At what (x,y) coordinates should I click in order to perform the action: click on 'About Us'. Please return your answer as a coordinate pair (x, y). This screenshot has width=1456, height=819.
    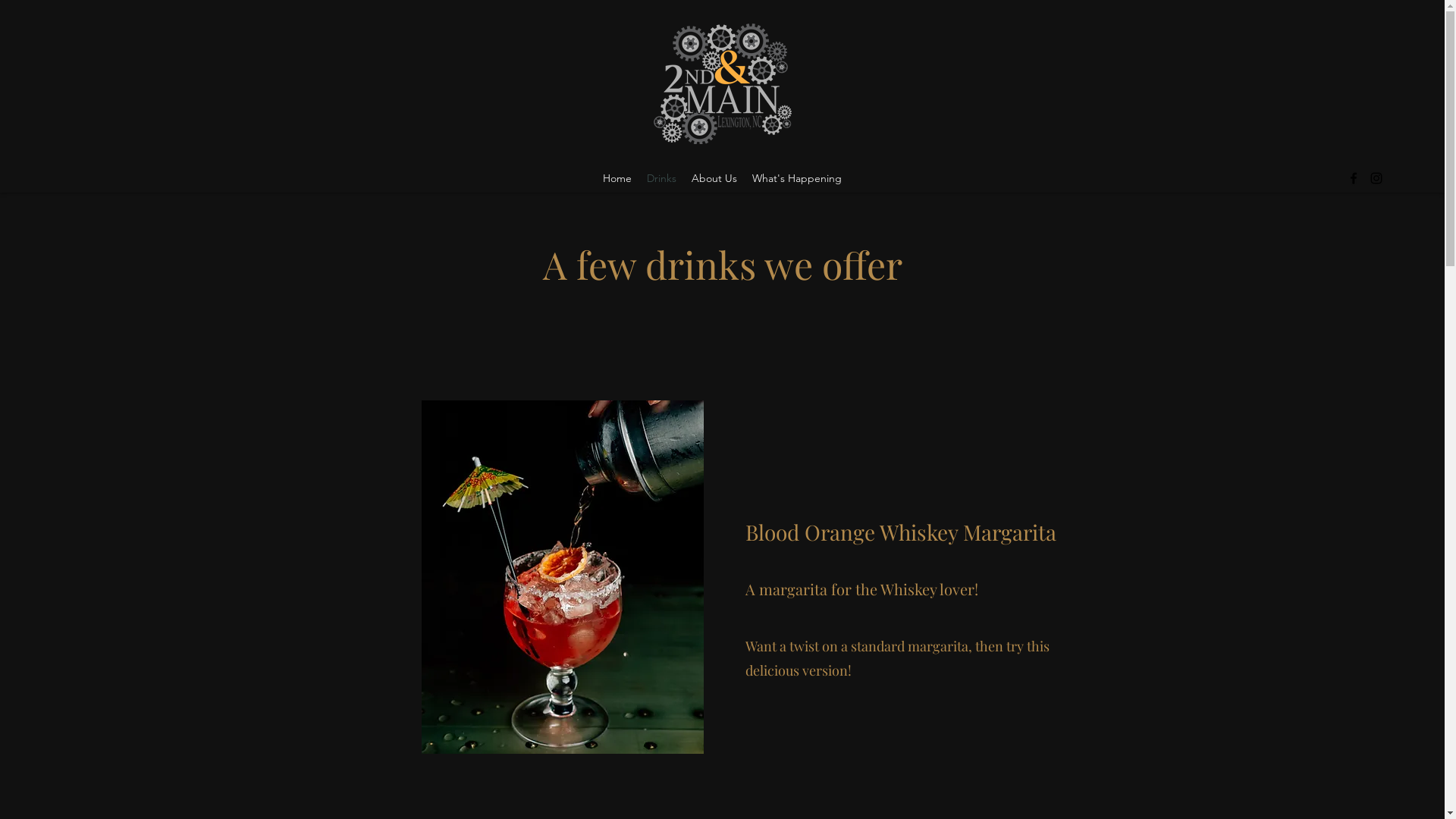
    Looking at the image, I should click on (713, 177).